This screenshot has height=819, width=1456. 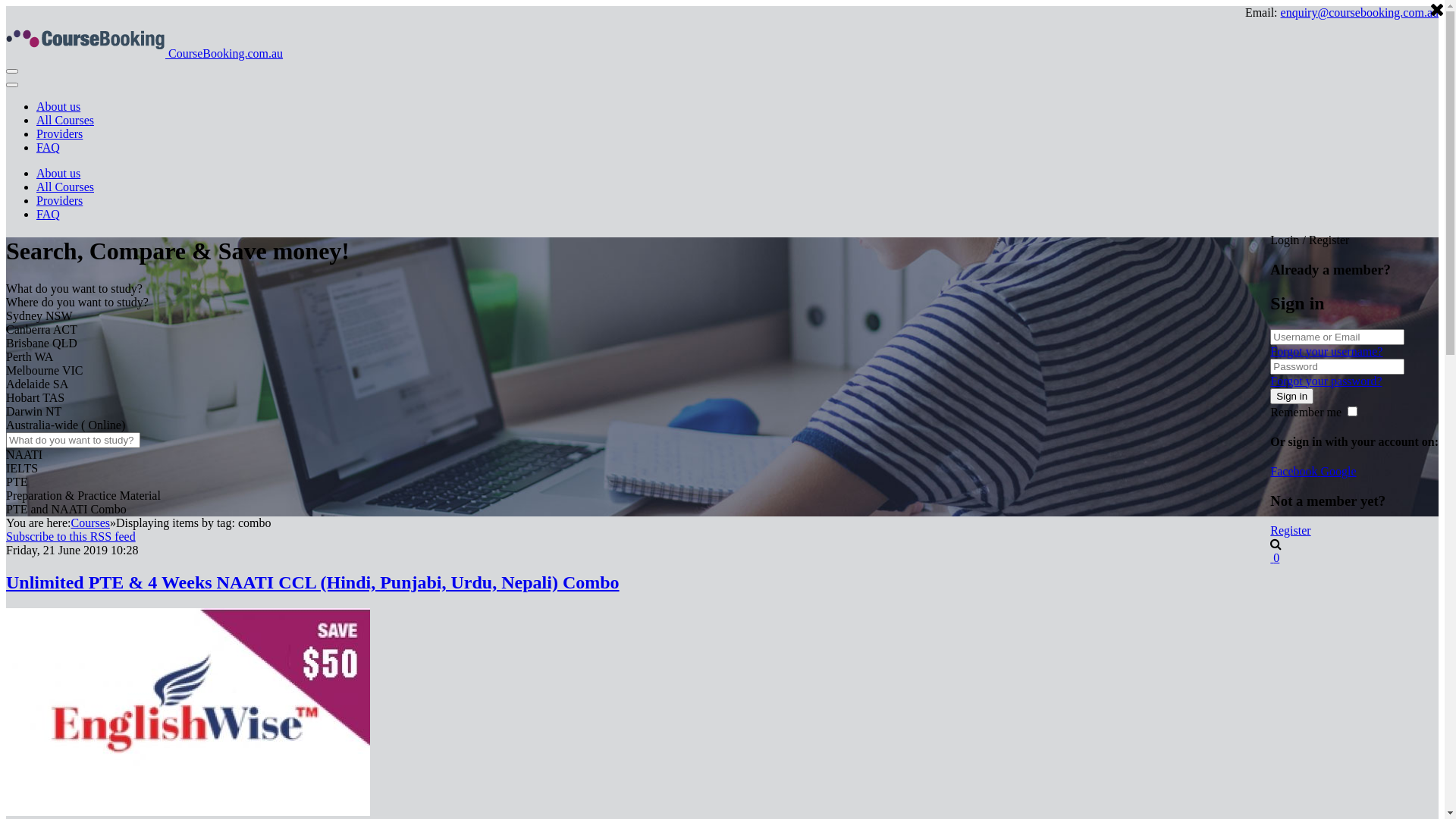 What do you see at coordinates (48, 147) in the screenshot?
I see `'FAQ'` at bounding box center [48, 147].